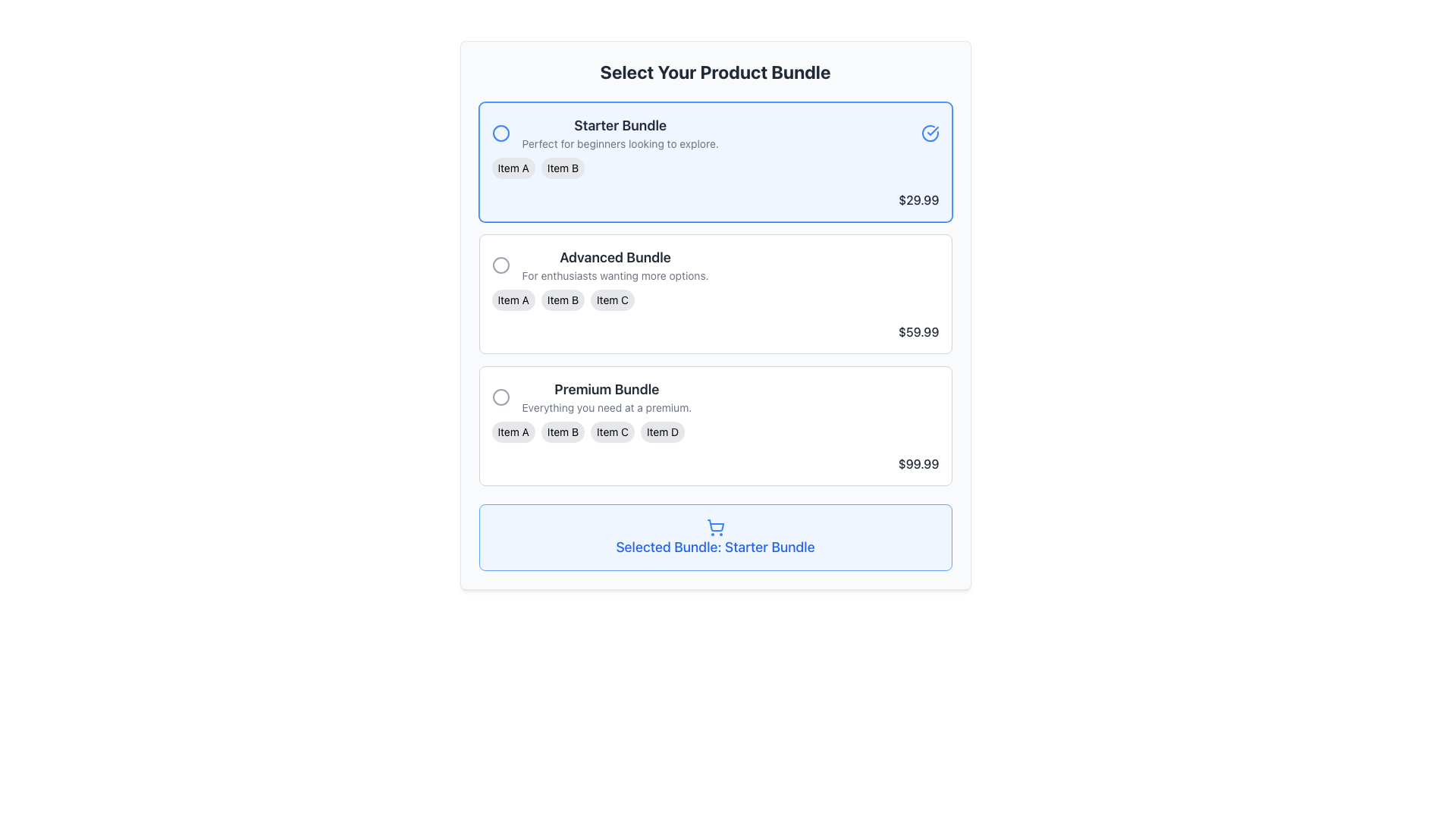 This screenshot has height=819, width=1456. Describe the element at coordinates (620, 143) in the screenshot. I see `descriptive tagline or additional information text located directly below the 'Starter Bundle' title within the first selection card` at that location.